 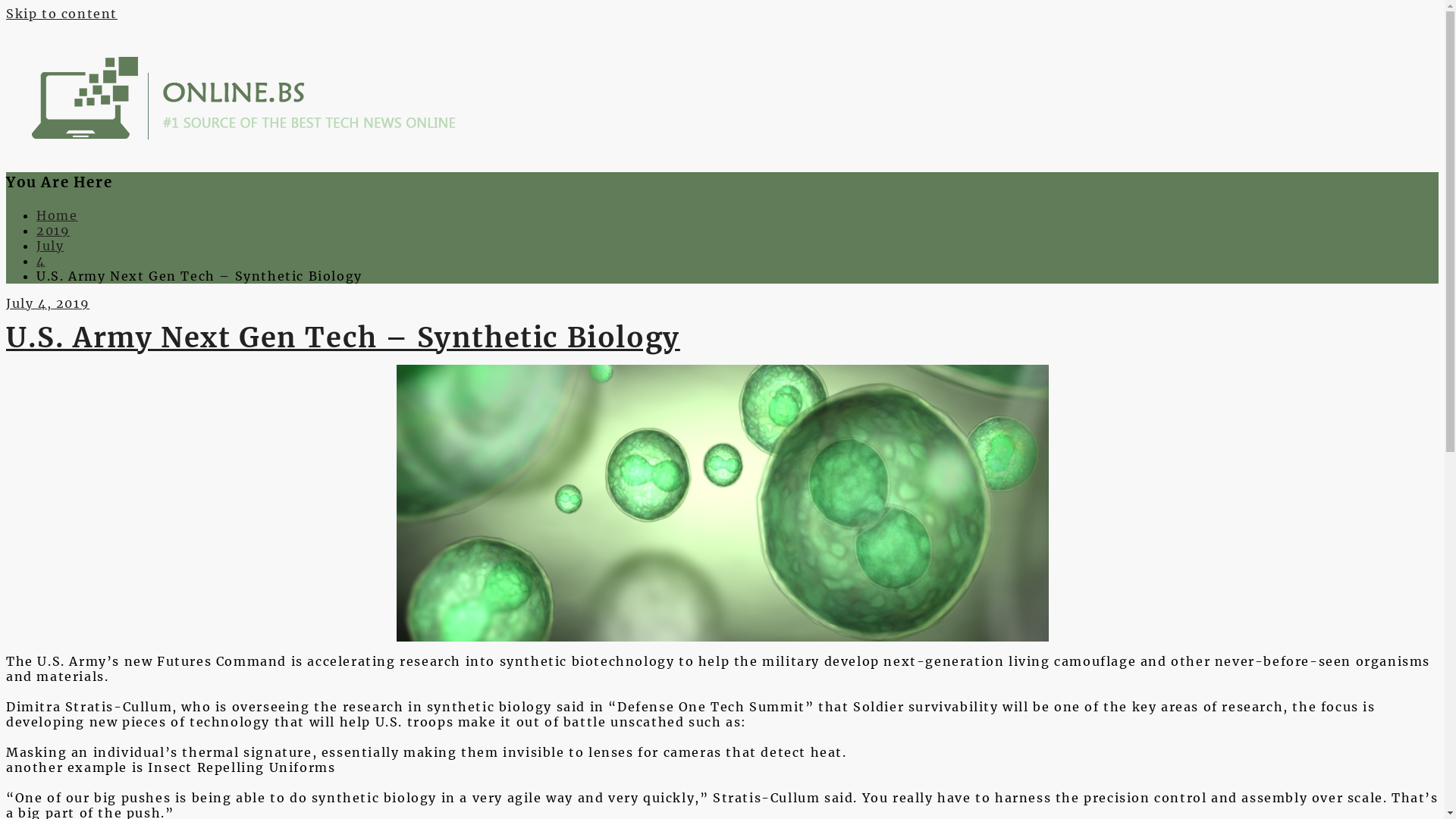 What do you see at coordinates (36, 231) in the screenshot?
I see `'2019'` at bounding box center [36, 231].